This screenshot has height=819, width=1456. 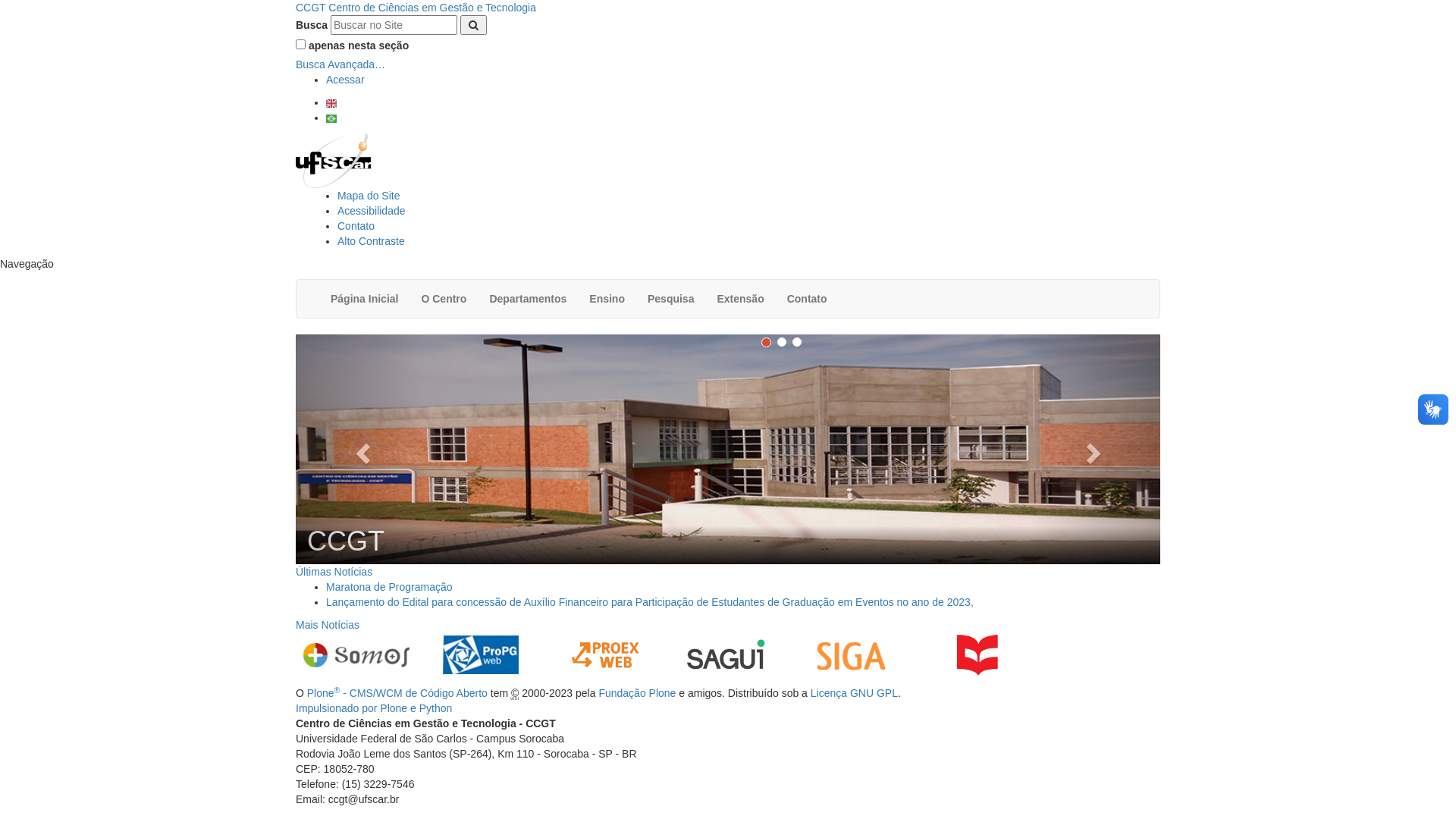 I want to click on 'Alto Contraste', so click(x=371, y=240).